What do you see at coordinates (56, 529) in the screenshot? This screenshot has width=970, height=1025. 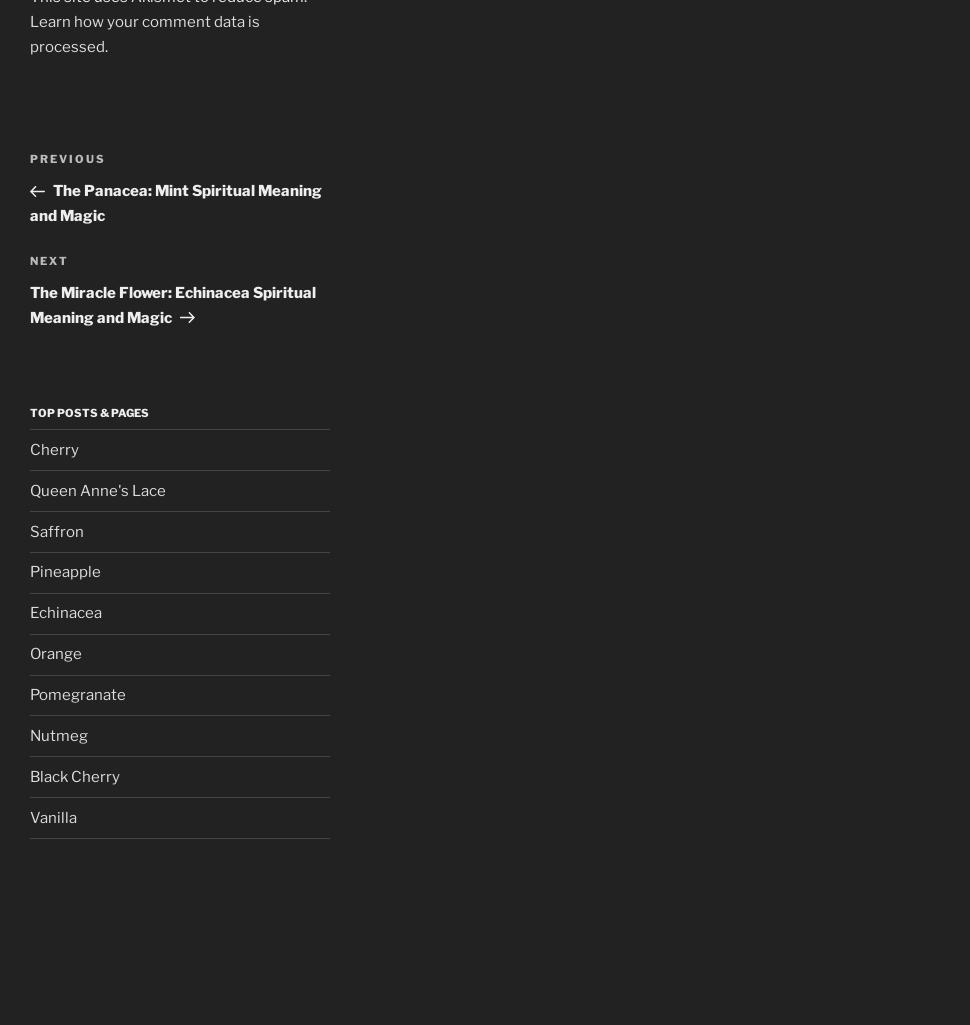 I see `'Saffron'` at bounding box center [56, 529].